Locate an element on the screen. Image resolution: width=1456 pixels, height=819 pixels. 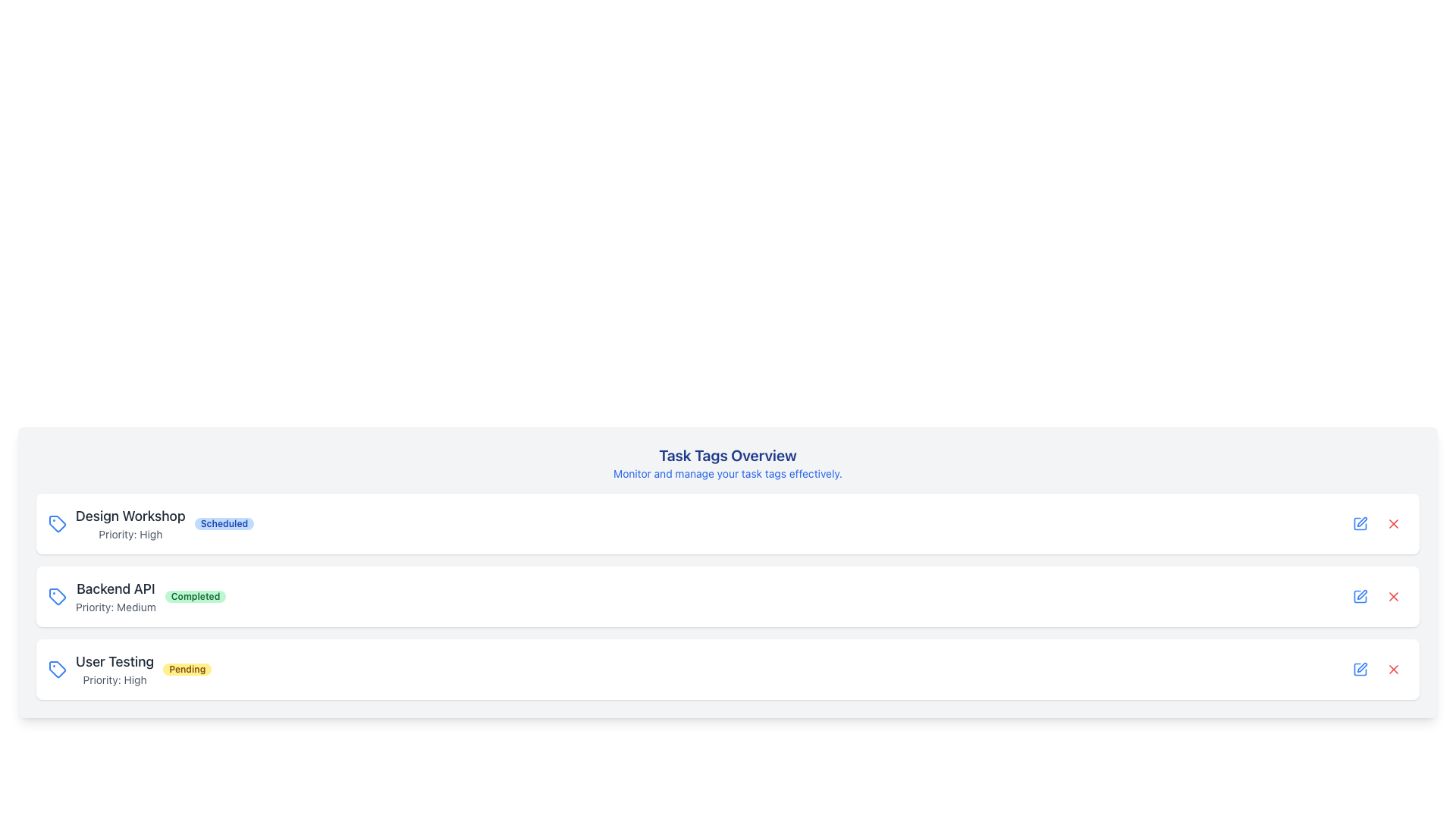
the red outlined cross-shaped icon located on the far right of the third row in the task items list is located at coordinates (1394, 595).